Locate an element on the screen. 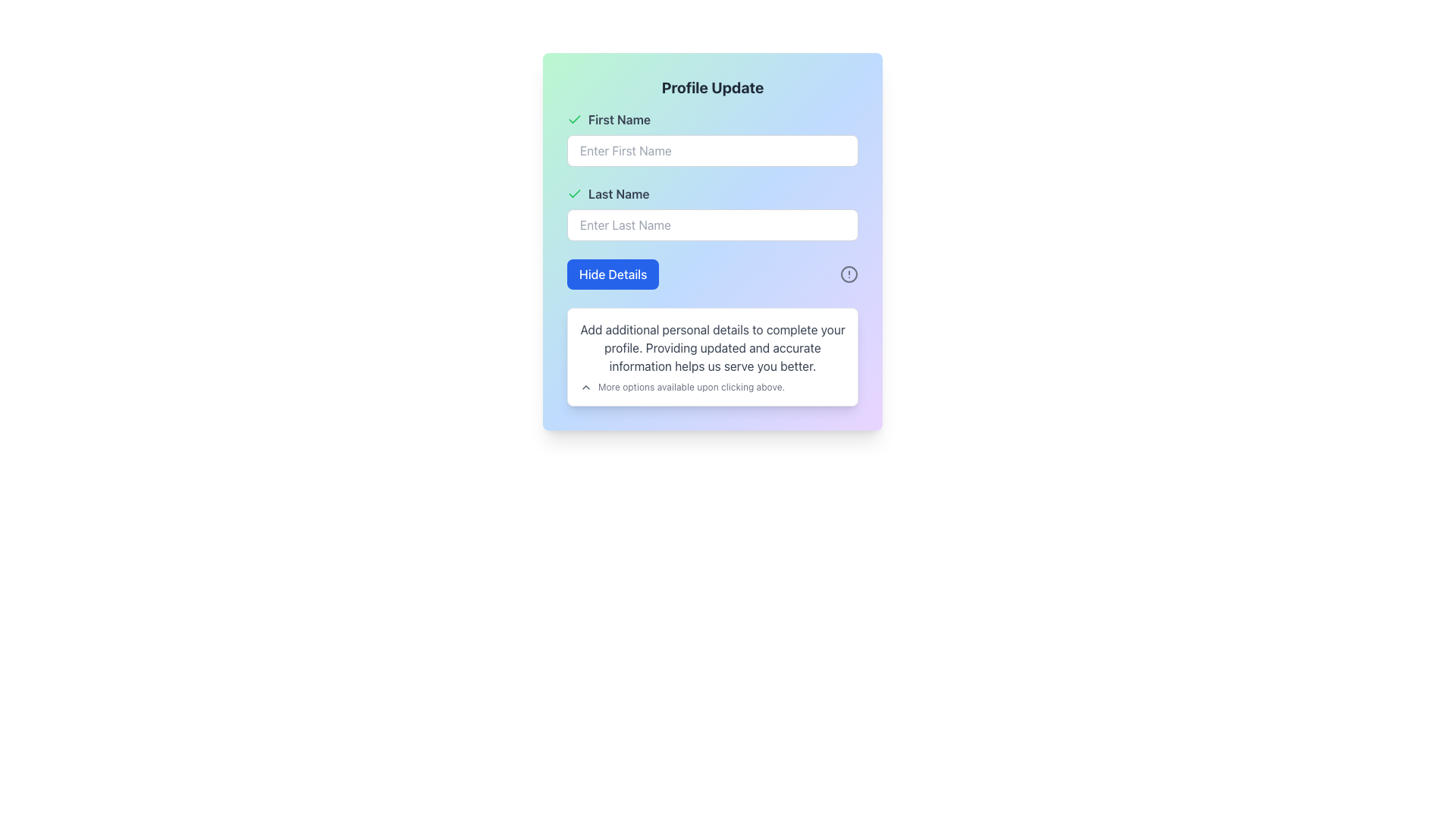 The width and height of the screenshot is (1456, 819). the completion icon indicating correctness for the 'Last Name' field, located to the left of the 'Last Name' label is located at coordinates (574, 193).